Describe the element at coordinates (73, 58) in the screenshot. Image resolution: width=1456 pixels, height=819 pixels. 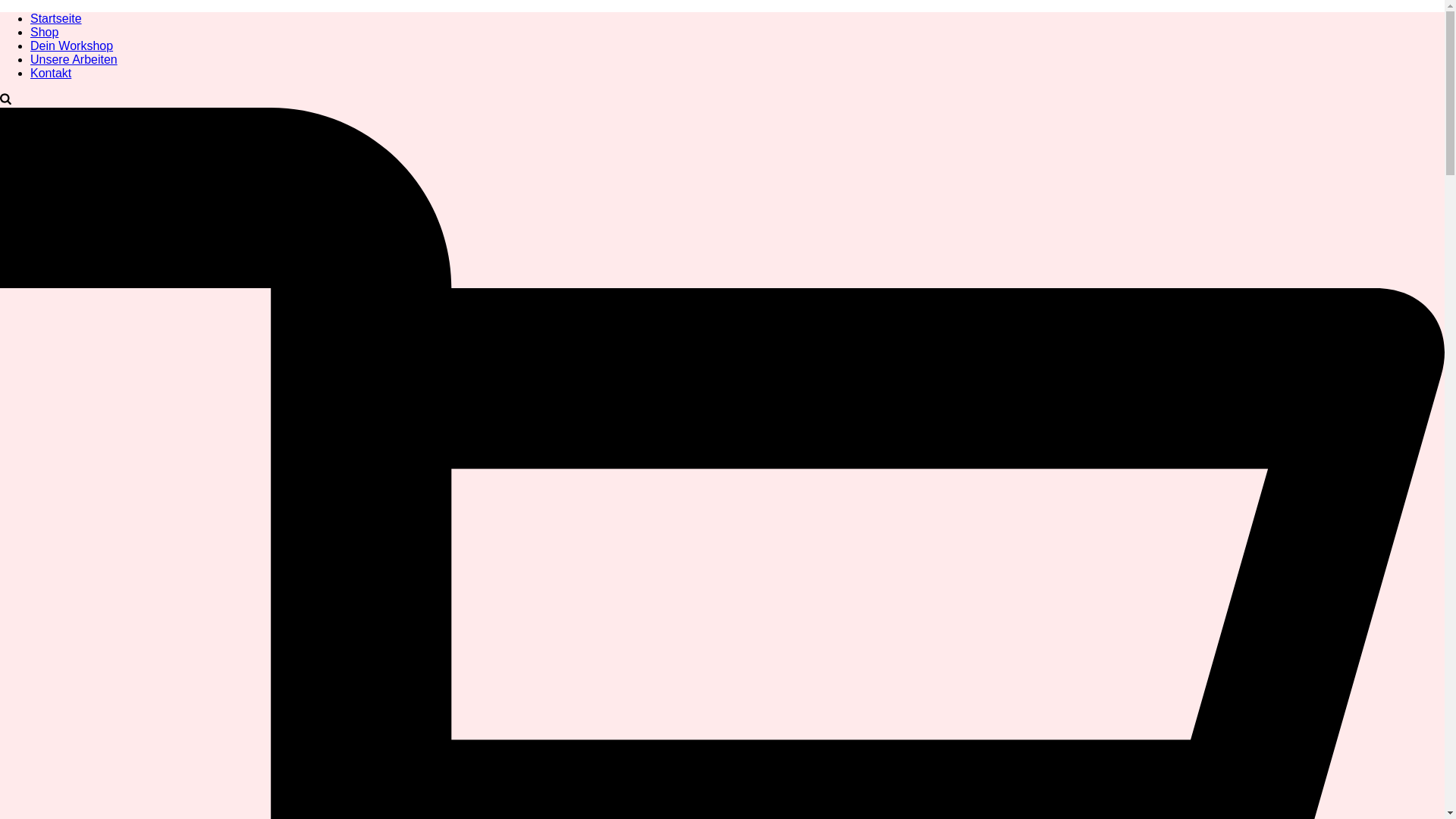
I see `'Unsere Arbeiten'` at that location.